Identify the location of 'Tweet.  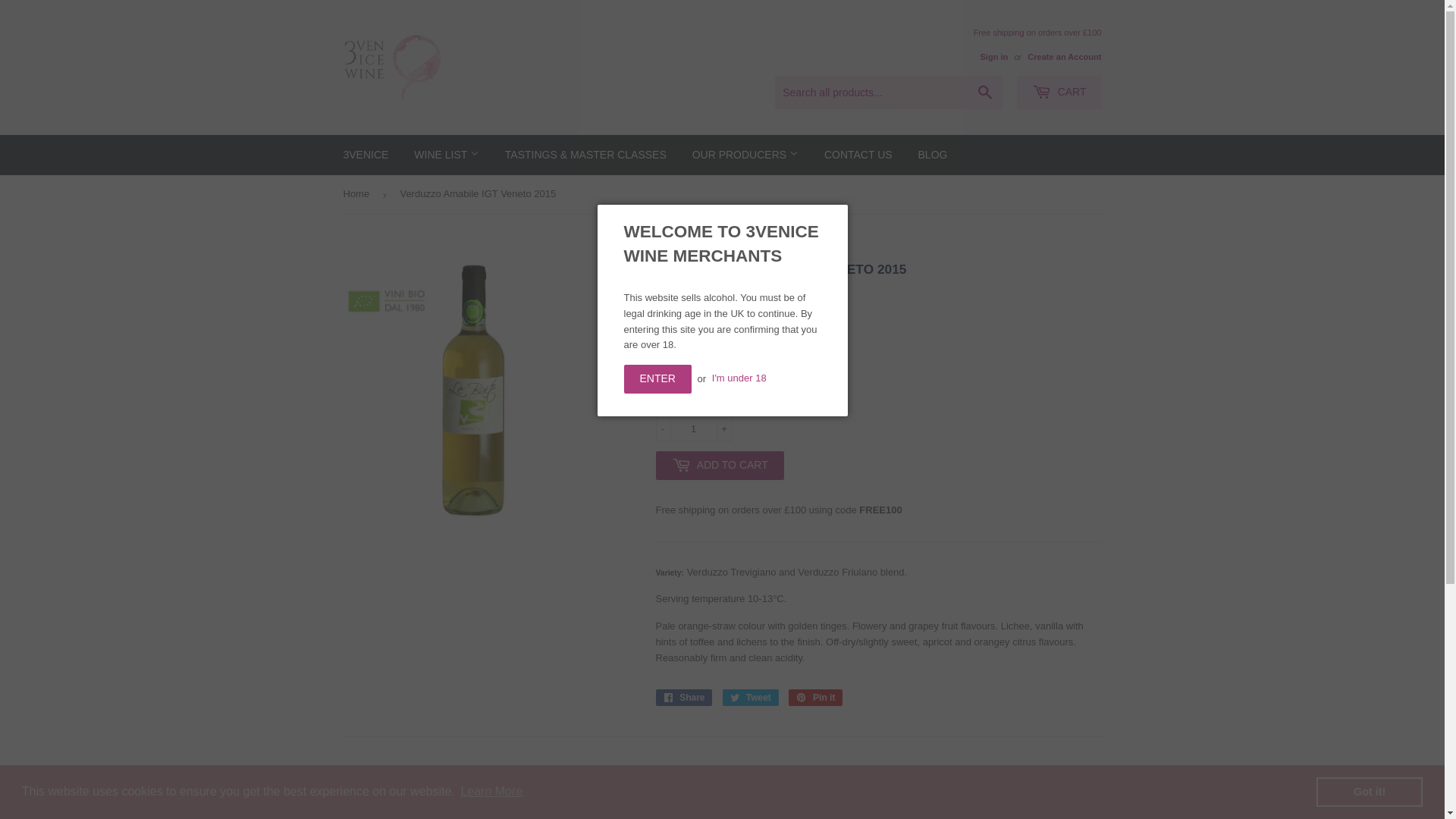
(750, 698).